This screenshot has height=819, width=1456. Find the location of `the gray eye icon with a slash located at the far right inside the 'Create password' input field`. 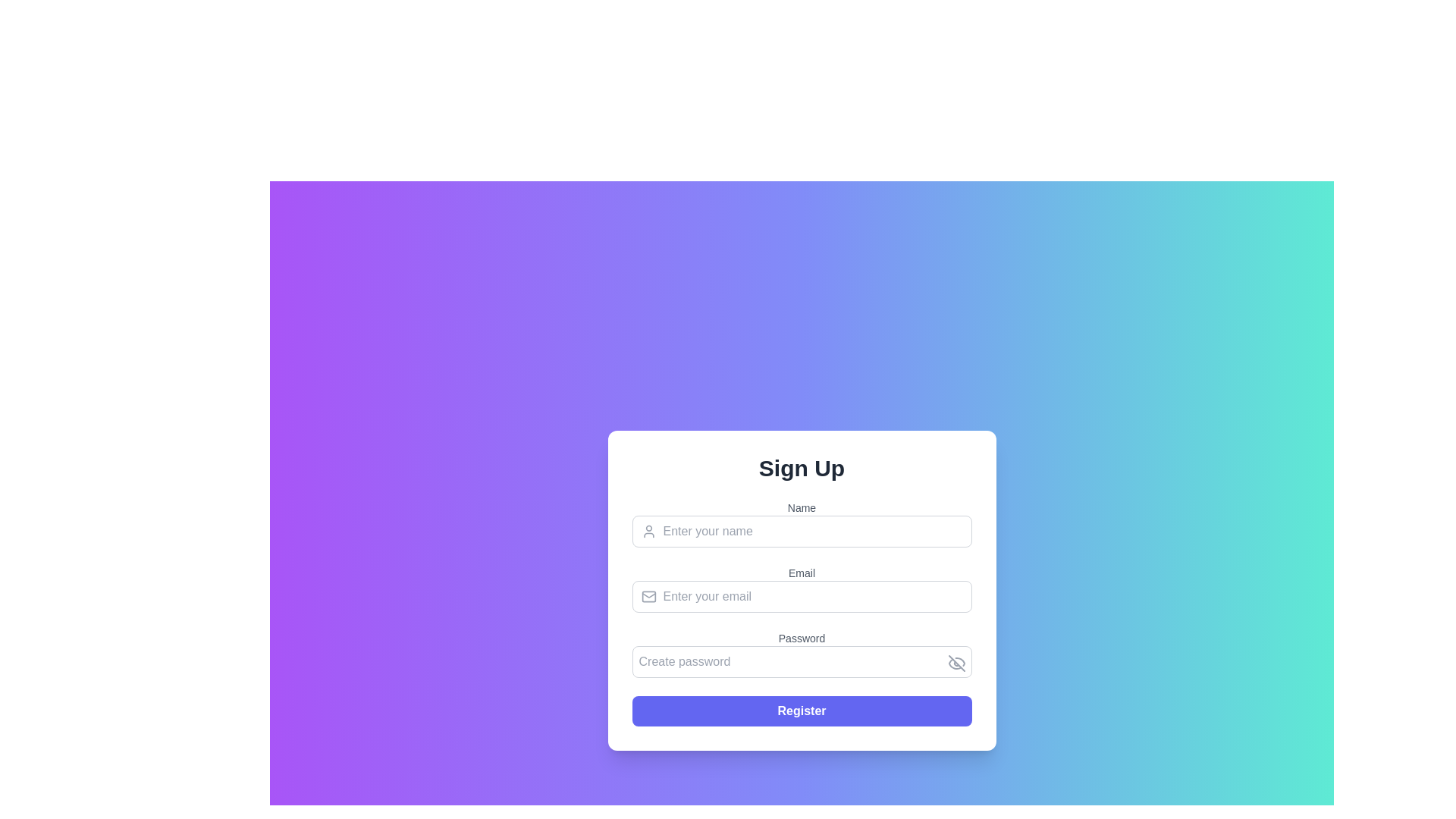

the gray eye icon with a slash located at the far right inside the 'Create password' input field is located at coordinates (954, 661).